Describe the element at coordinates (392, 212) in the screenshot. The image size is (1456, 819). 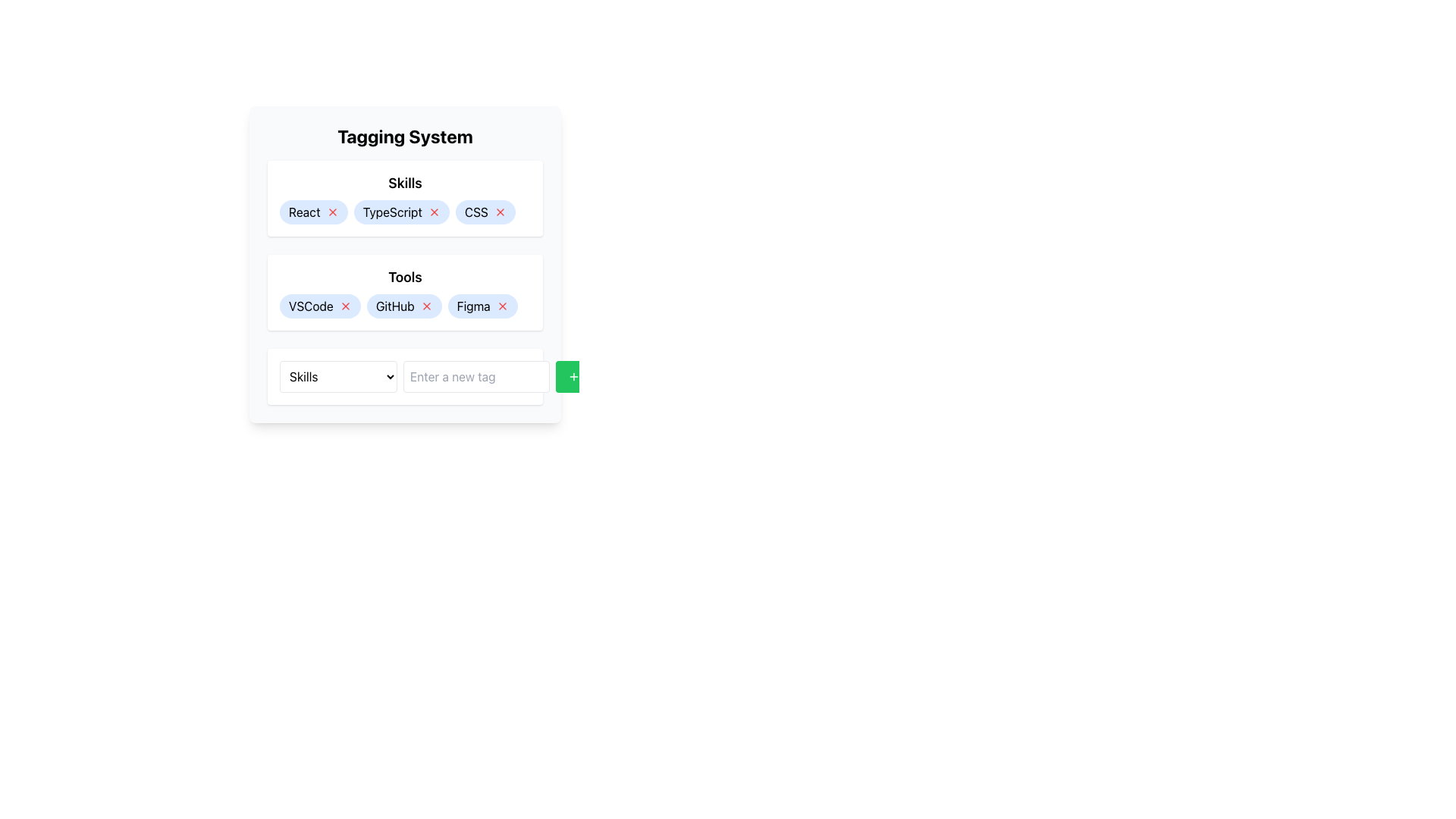
I see `the remove button ('x') adjacent to the 'TypeScript' text label located in the 'Skills' section` at that location.